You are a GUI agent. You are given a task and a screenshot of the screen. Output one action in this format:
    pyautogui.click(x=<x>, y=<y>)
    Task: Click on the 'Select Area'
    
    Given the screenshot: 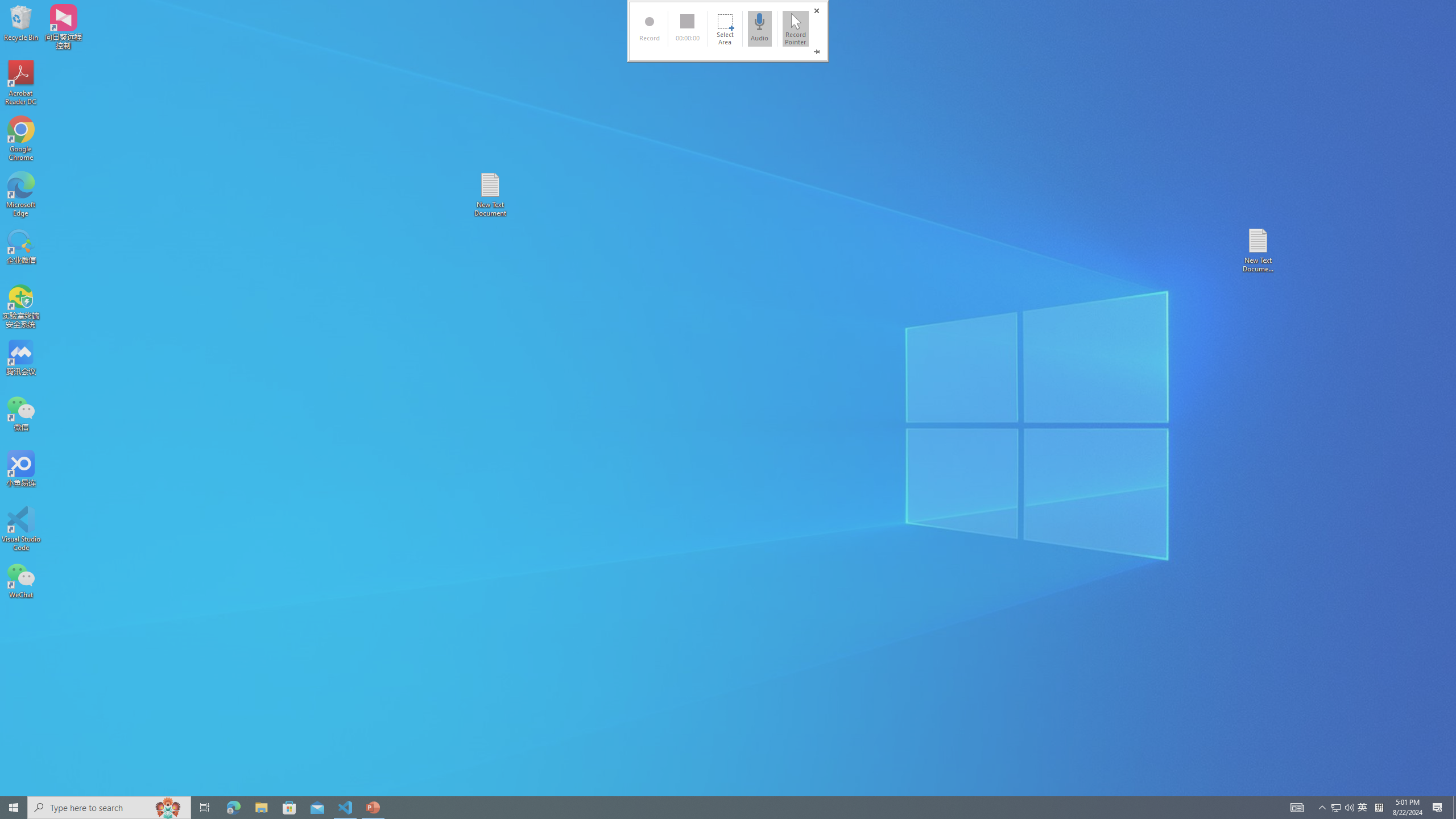 What is the action you would take?
    pyautogui.click(x=724, y=28)
    